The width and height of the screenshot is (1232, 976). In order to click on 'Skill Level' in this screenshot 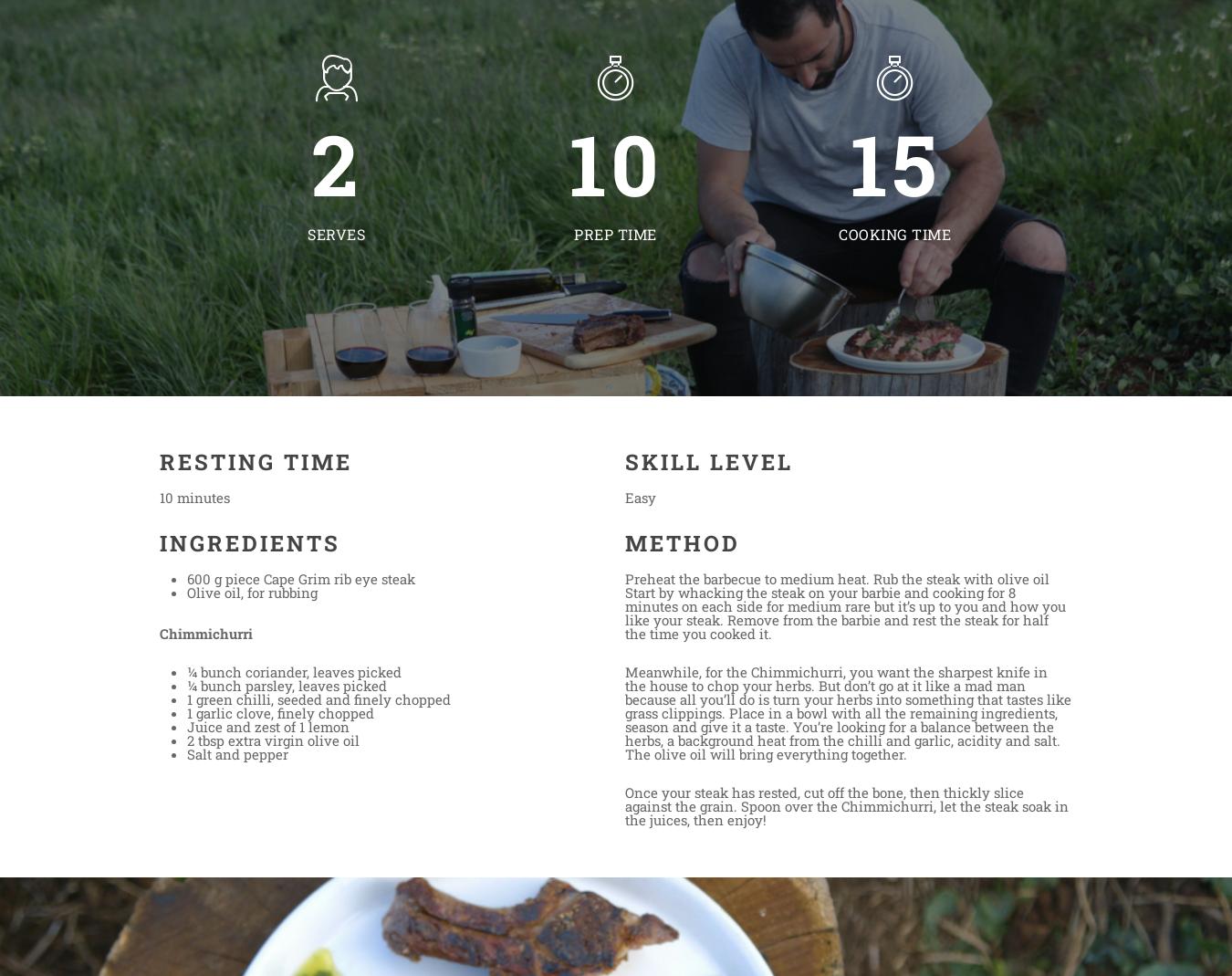, I will do `click(623, 460)`.